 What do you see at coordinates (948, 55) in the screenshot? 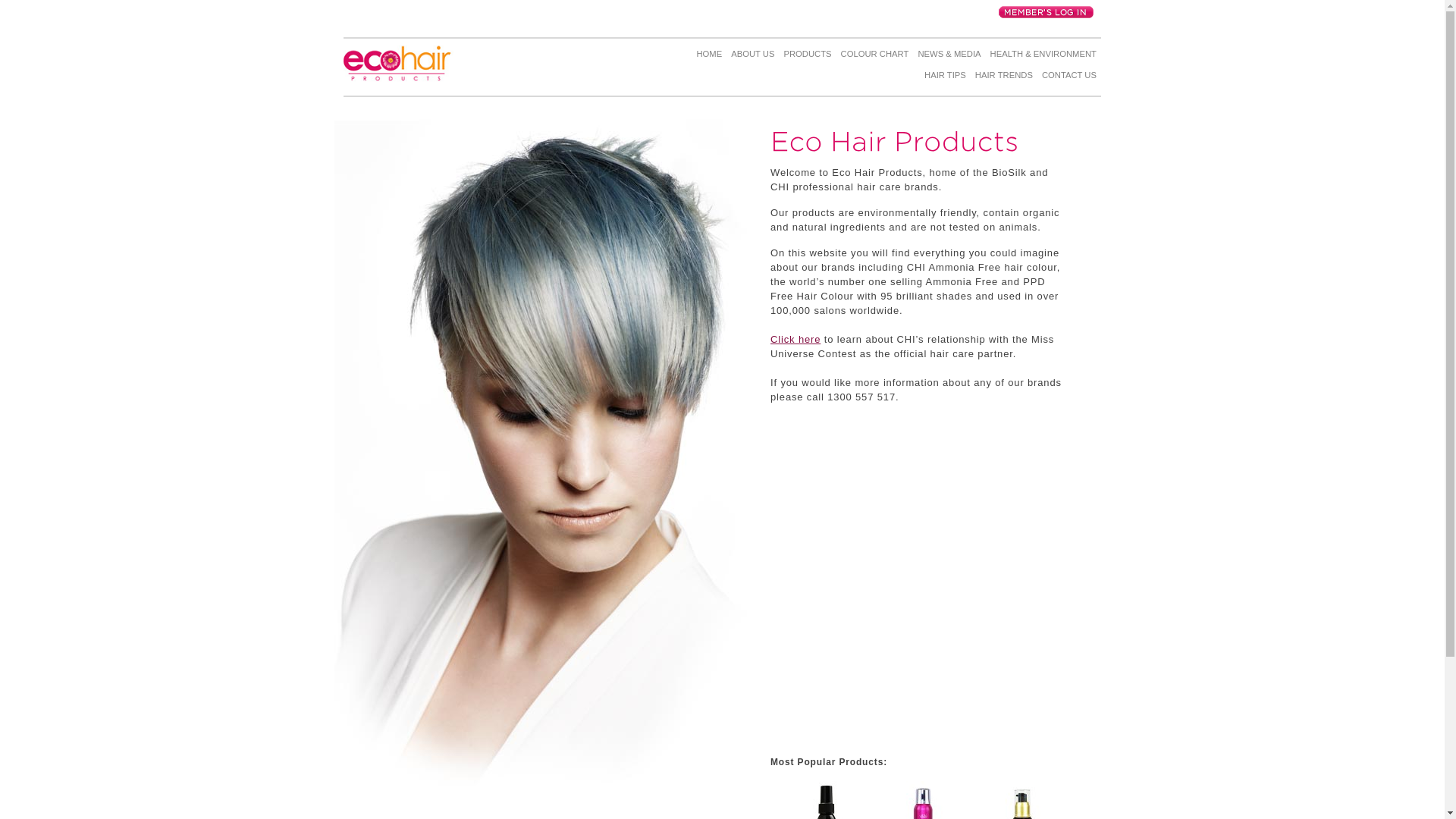
I see `'NEWS & MEDIA'` at bounding box center [948, 55].